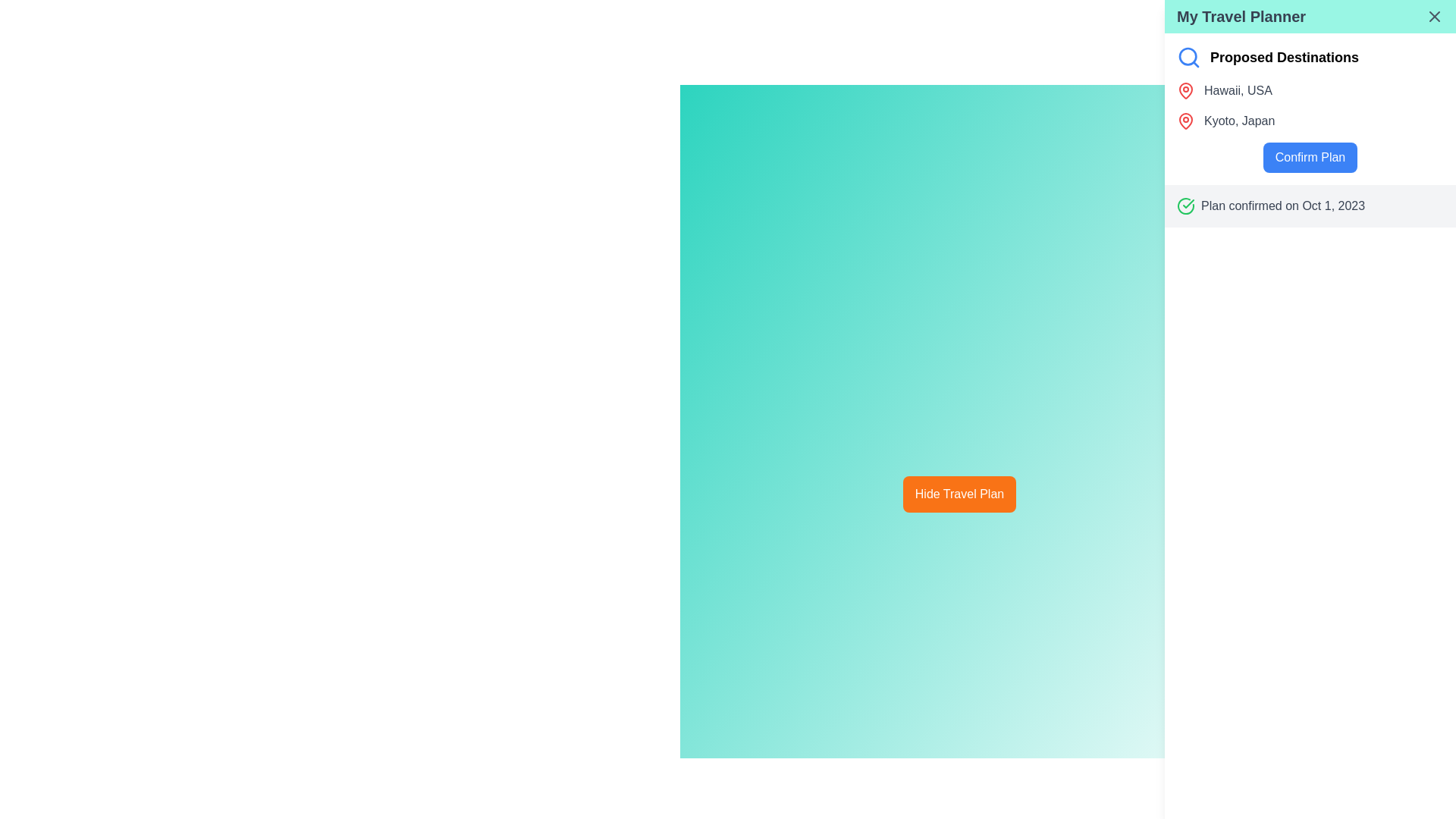  What do you see at coordinates (1185, 90) in the screenshot?
I see `the icon representing the location item for 'Hawaii, USA' in the 'Proposed Destinations' list, located in the right sidebar` at bounding box center [1185, 90].